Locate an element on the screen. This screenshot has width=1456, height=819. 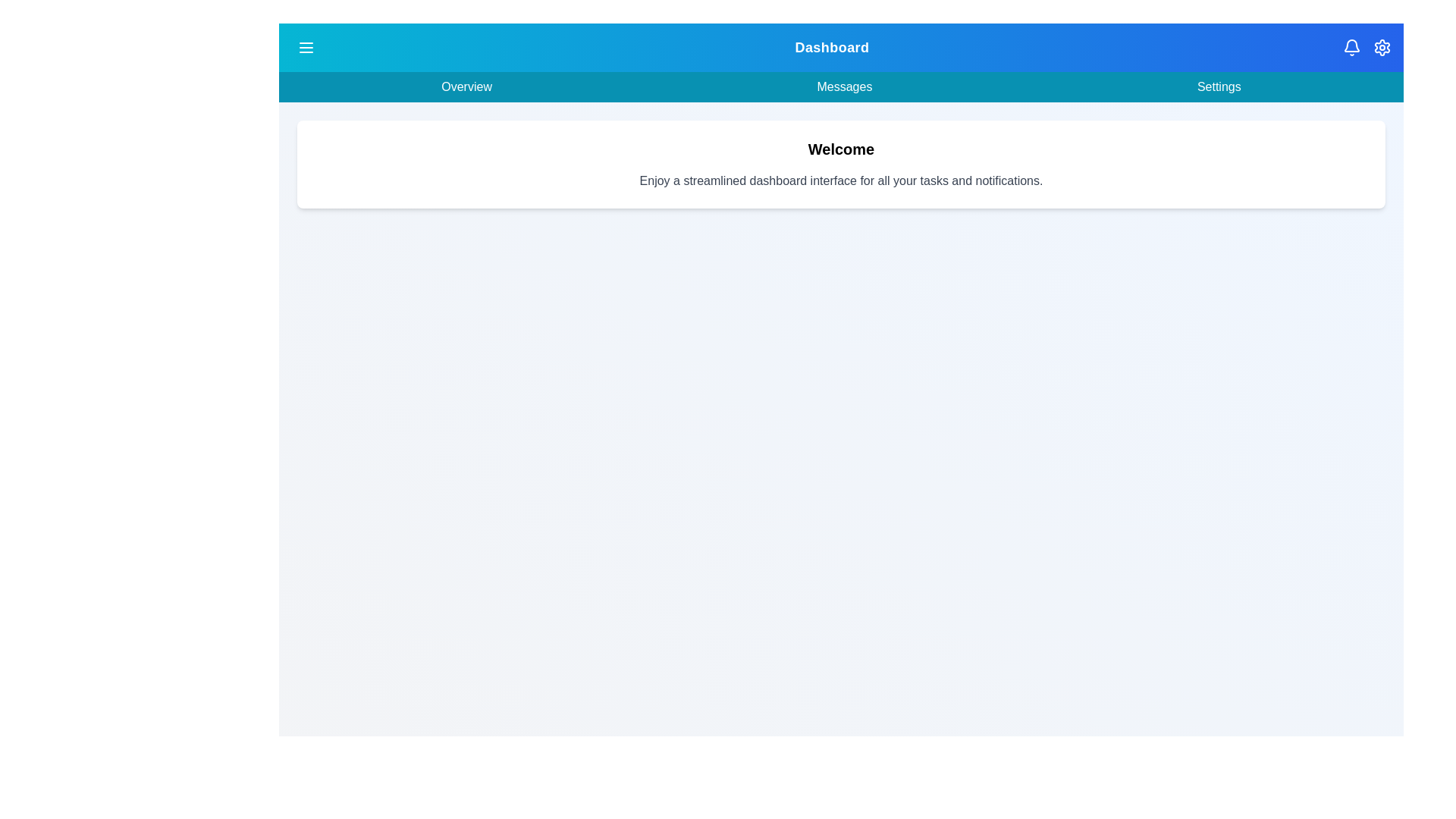
the notification bell icon is located at coordinates (1351, 46).